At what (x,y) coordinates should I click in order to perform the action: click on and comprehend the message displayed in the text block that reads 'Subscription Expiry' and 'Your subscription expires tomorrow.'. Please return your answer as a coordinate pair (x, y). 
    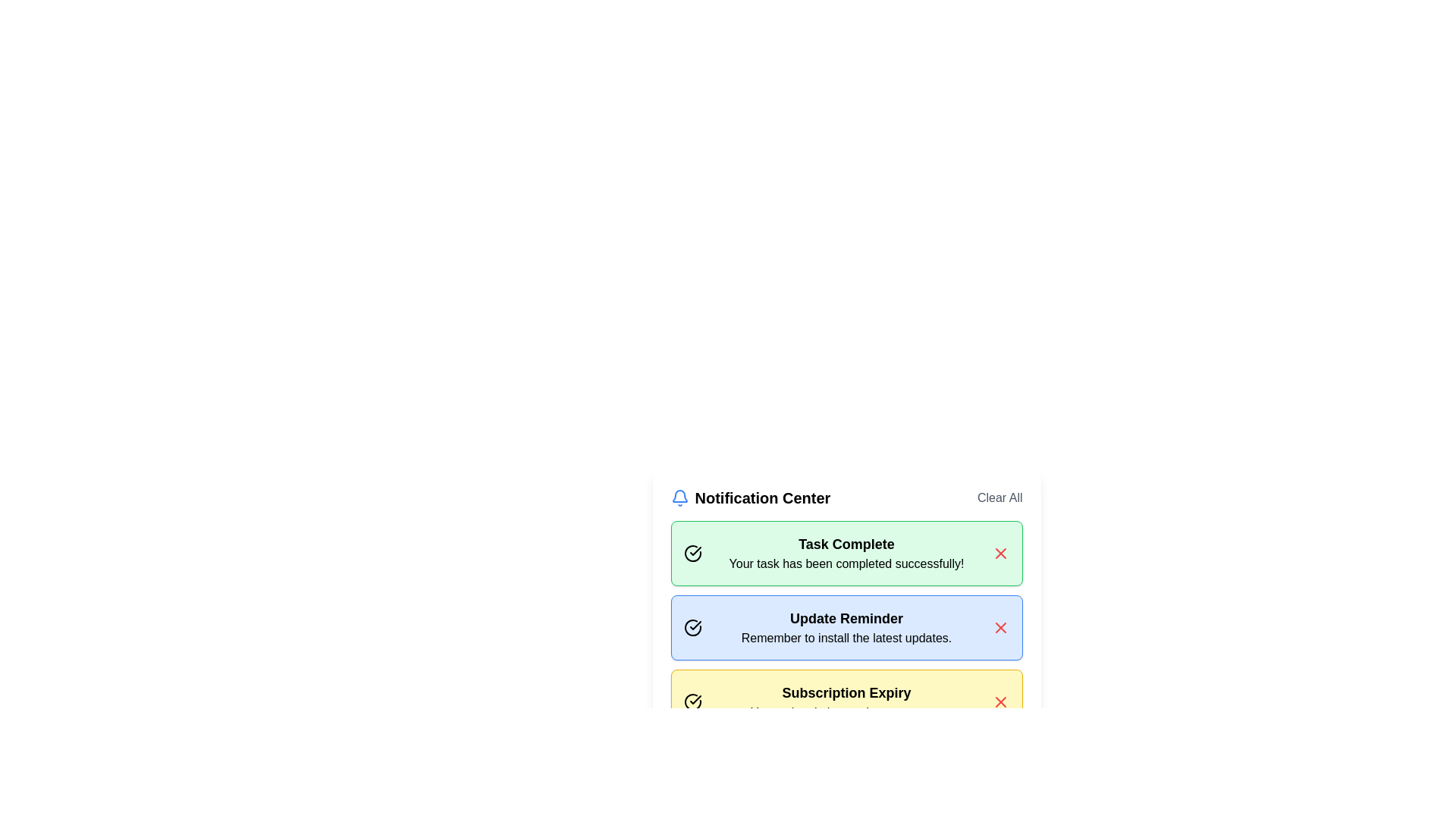
    Looking at the image, I should click on (846, 701).